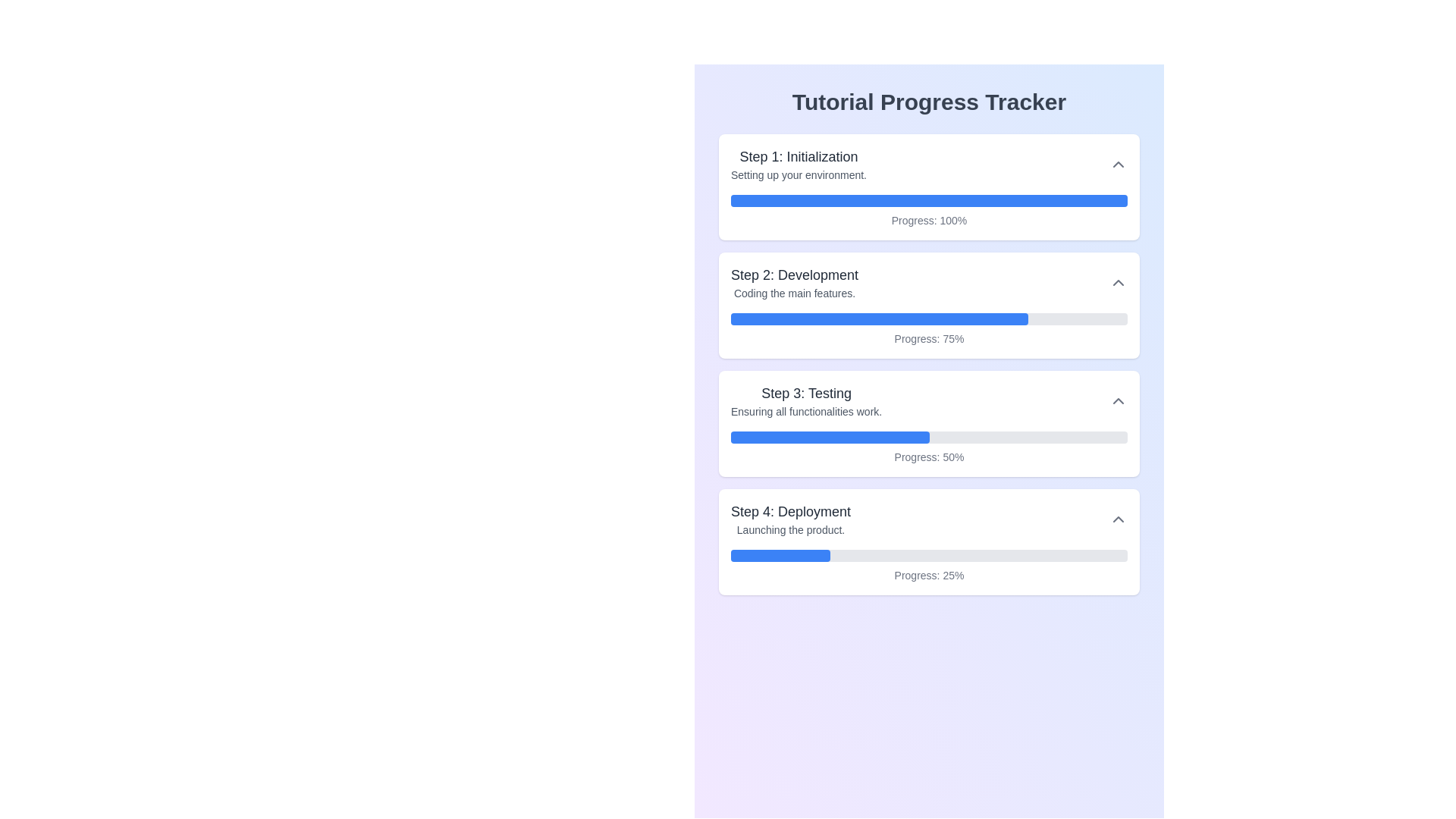  I want to click on the text heading styled as 'Step 1: Initialization', which is the primary title for the first step in the multi-step progress tracker, so click(798, 157).